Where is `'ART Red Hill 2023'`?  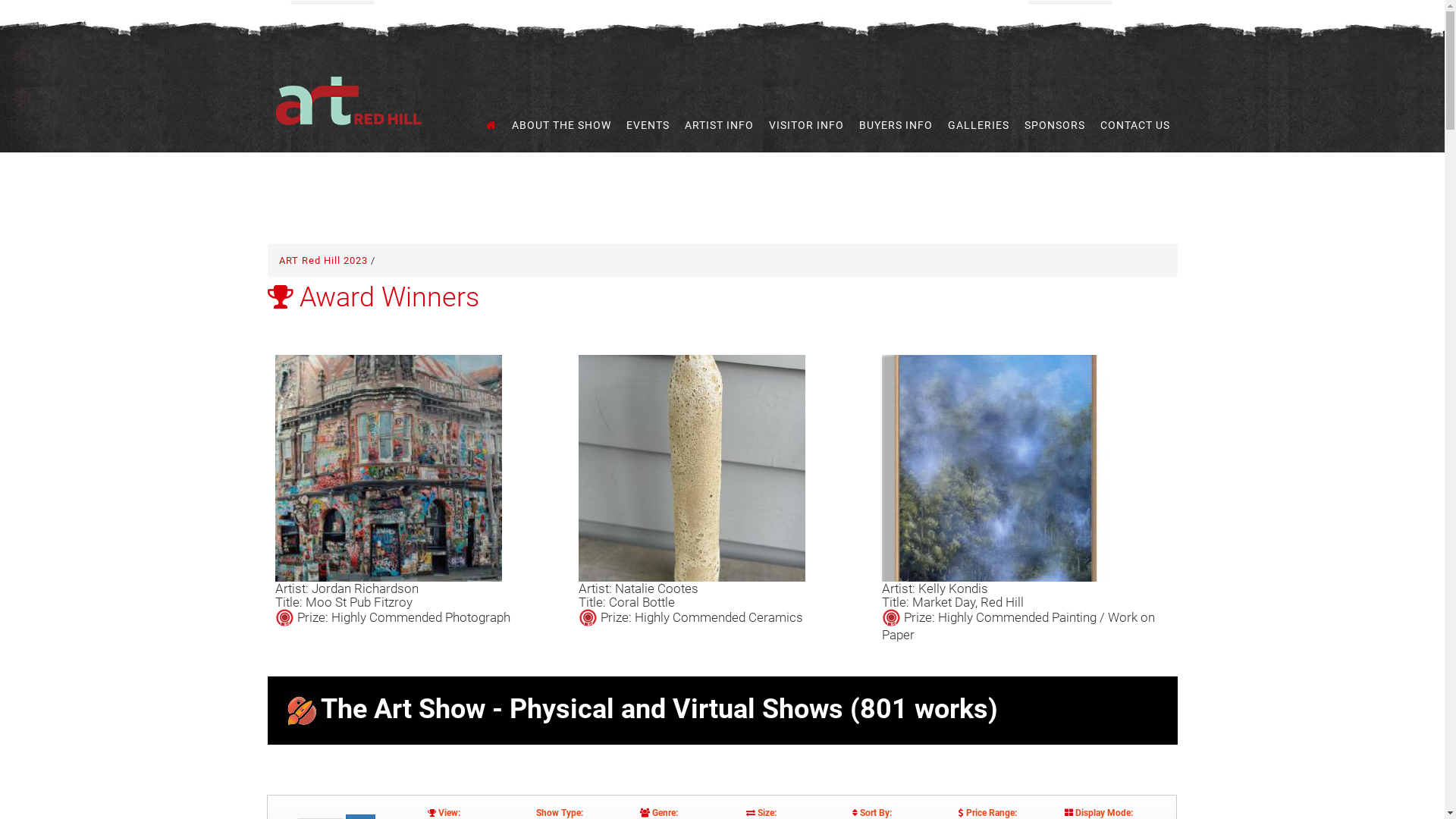
'ART Red Hill 2023' is located at coordinates (279, 259).